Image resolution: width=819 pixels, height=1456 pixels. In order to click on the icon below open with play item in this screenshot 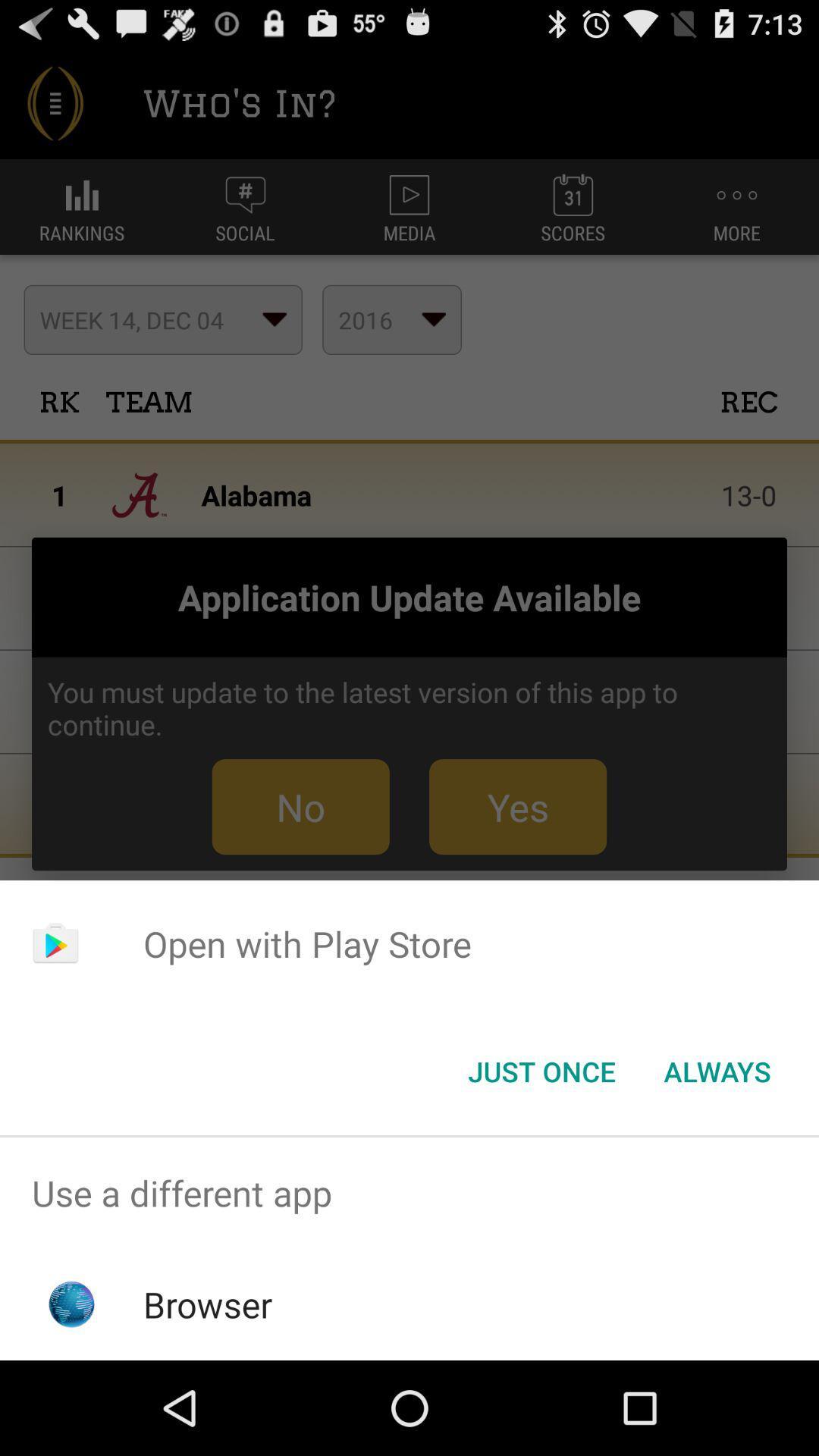, I will do `click(717, 1070)`.